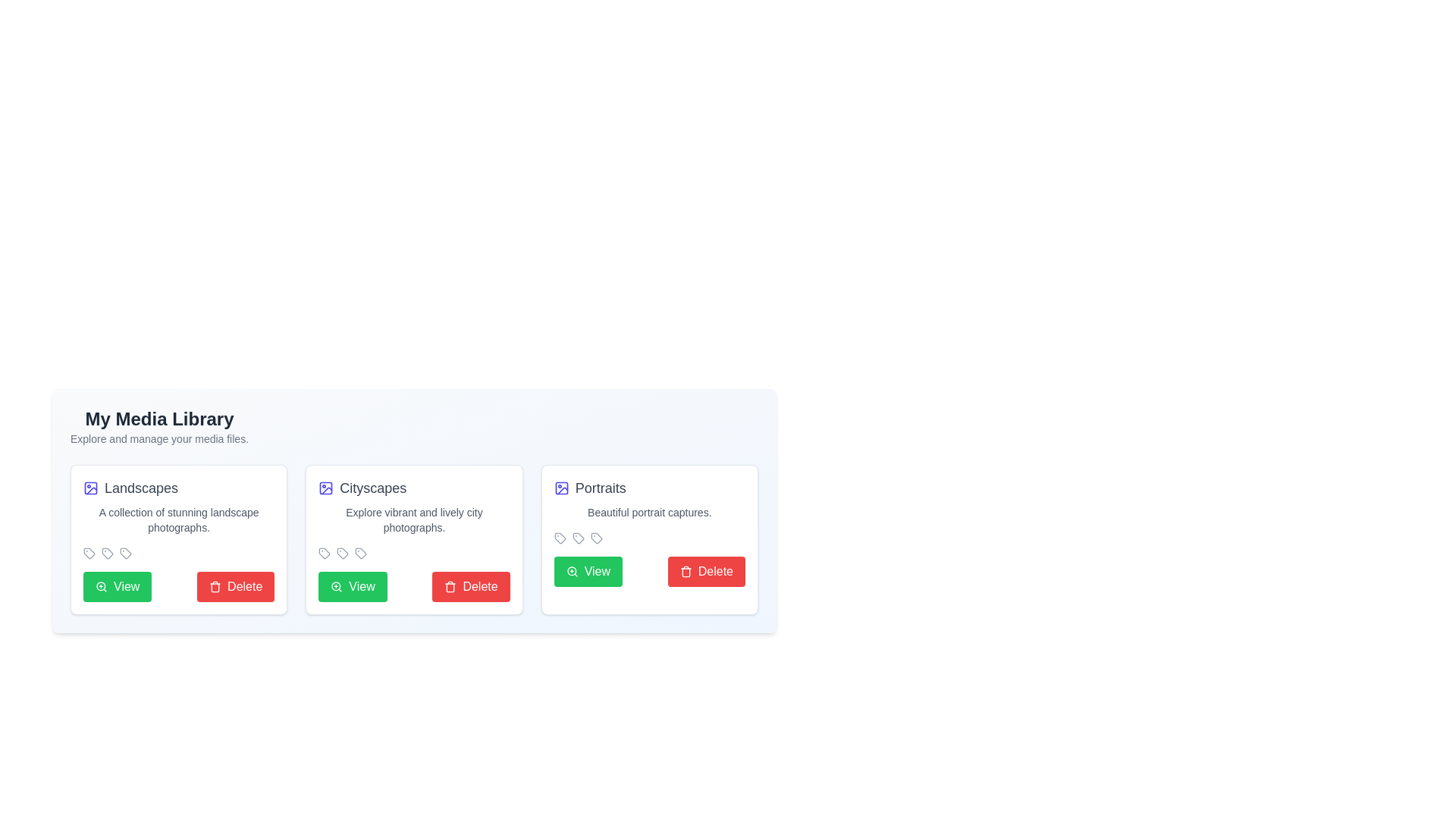  What do you see at coordinates (342, 553) in the screenshot?
I see `the tag icon element located on the second card labeled 'Cityscapes' in the media library interface, which serves as a decorative or indicative icon for a 'tag' feature` at bounding box center [342, 553].